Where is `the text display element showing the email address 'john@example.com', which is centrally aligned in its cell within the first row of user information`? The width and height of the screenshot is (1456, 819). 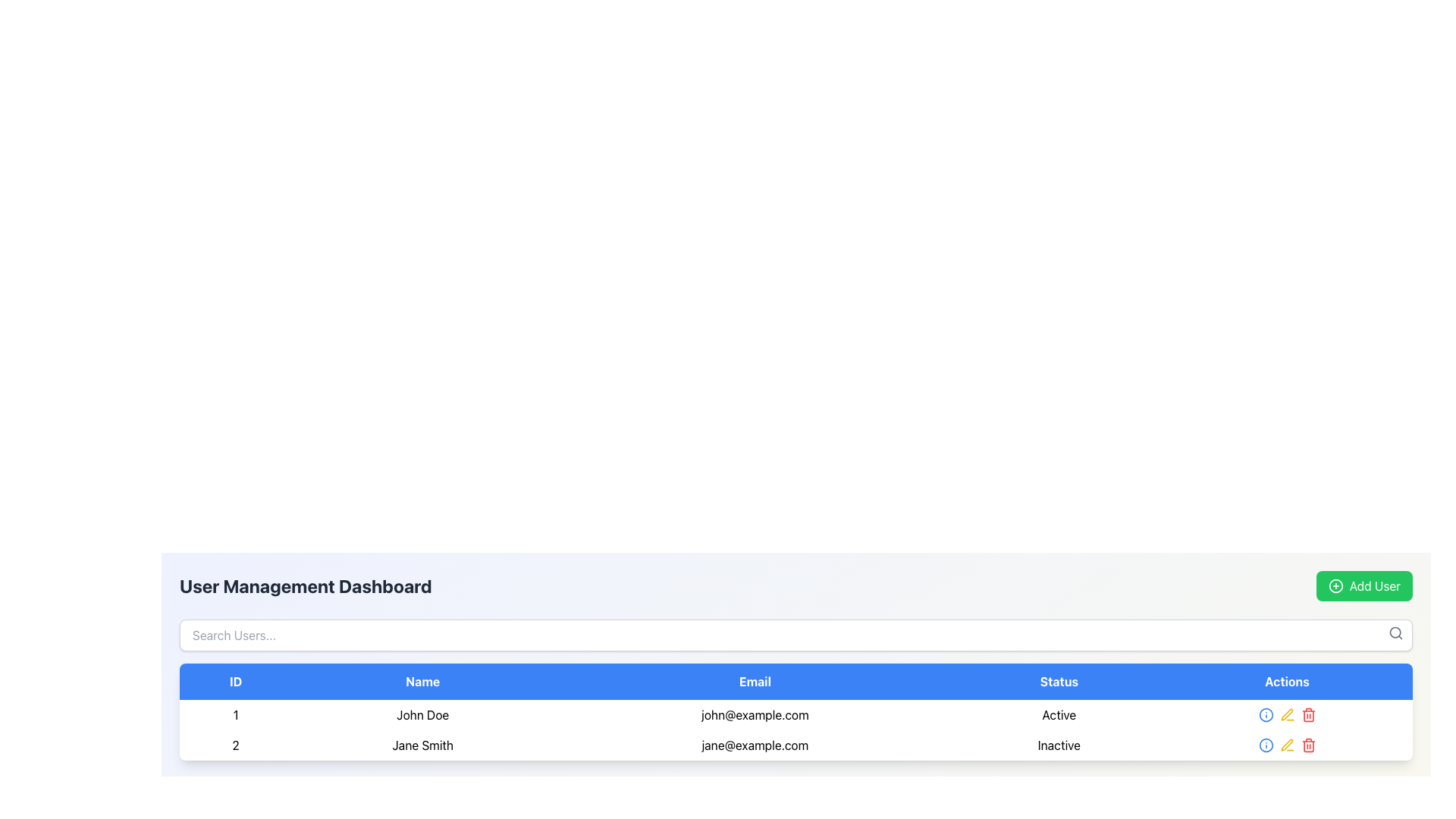 the text display element showing the email address 'john@example.com', which is centrally aligned in its cell within the first row of user information is located at coordinates (755, 714).